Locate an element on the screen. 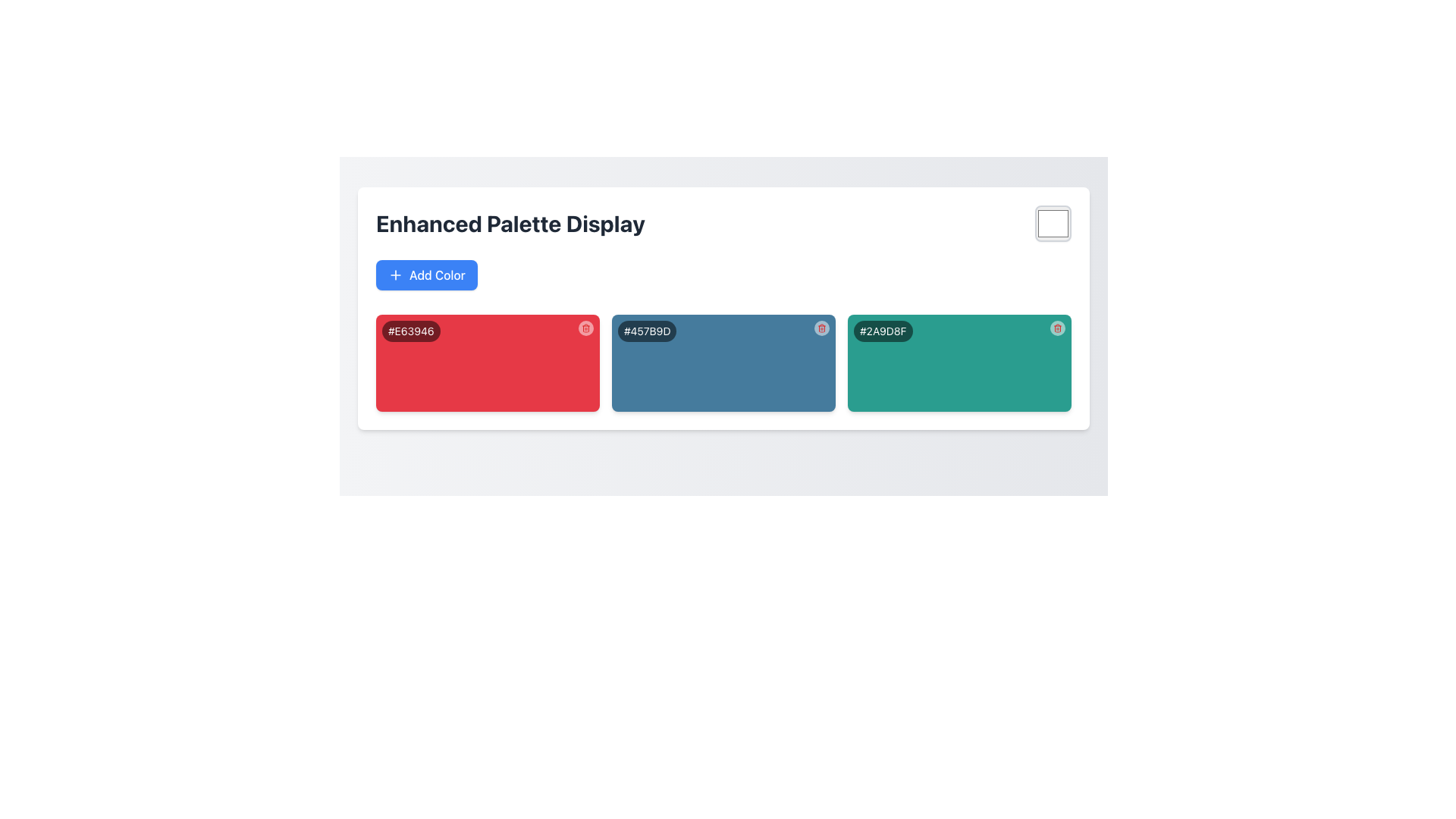  the center of the color swatch representing the color #457B9D, which is the second rectangle in a horizontal group of three color components located below the 'Add Color' button is located at coordinates (723, 362).